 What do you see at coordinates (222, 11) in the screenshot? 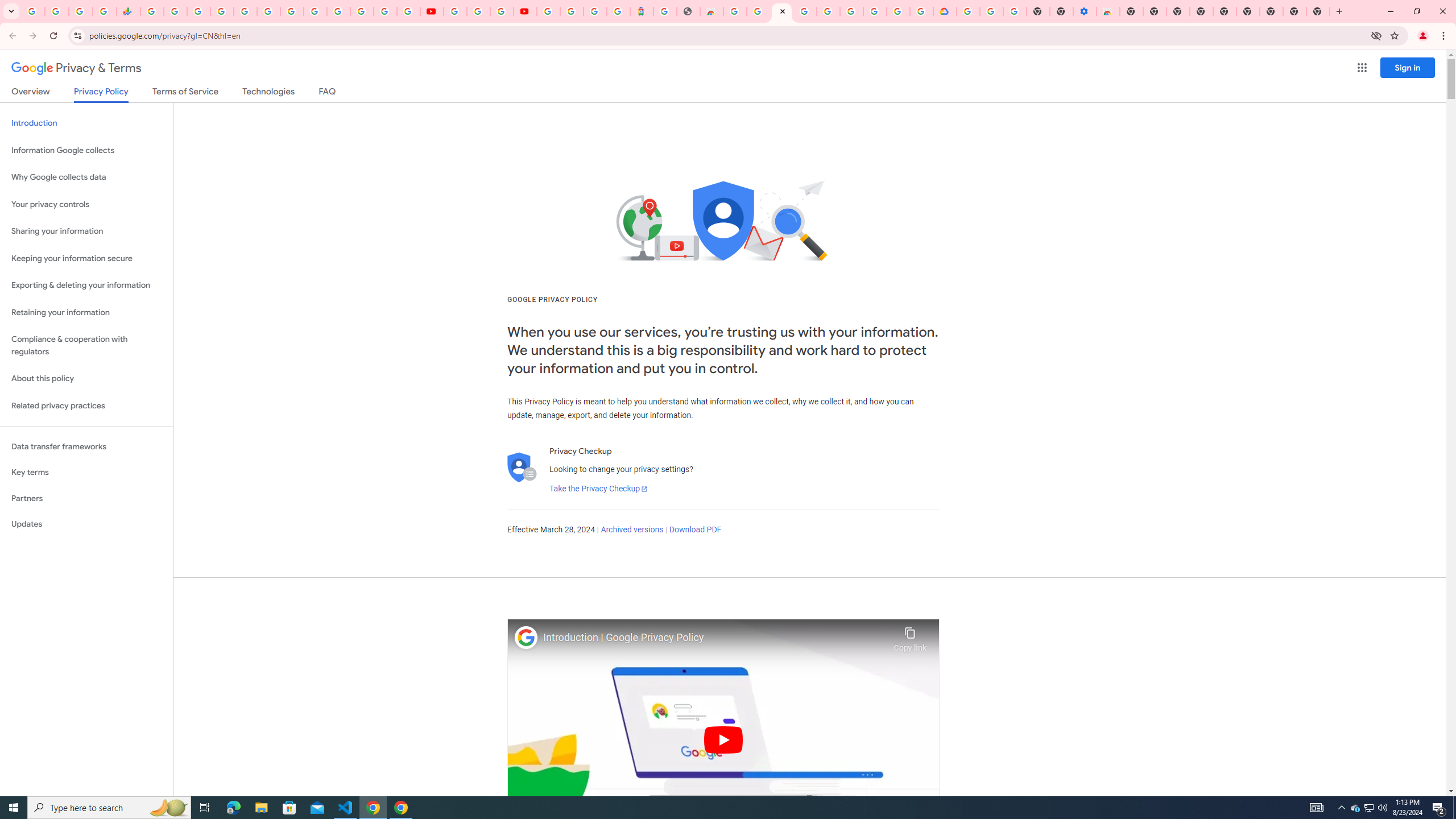
I see `'Sign in - Google Accounts'` at bounding box center [222, 11].